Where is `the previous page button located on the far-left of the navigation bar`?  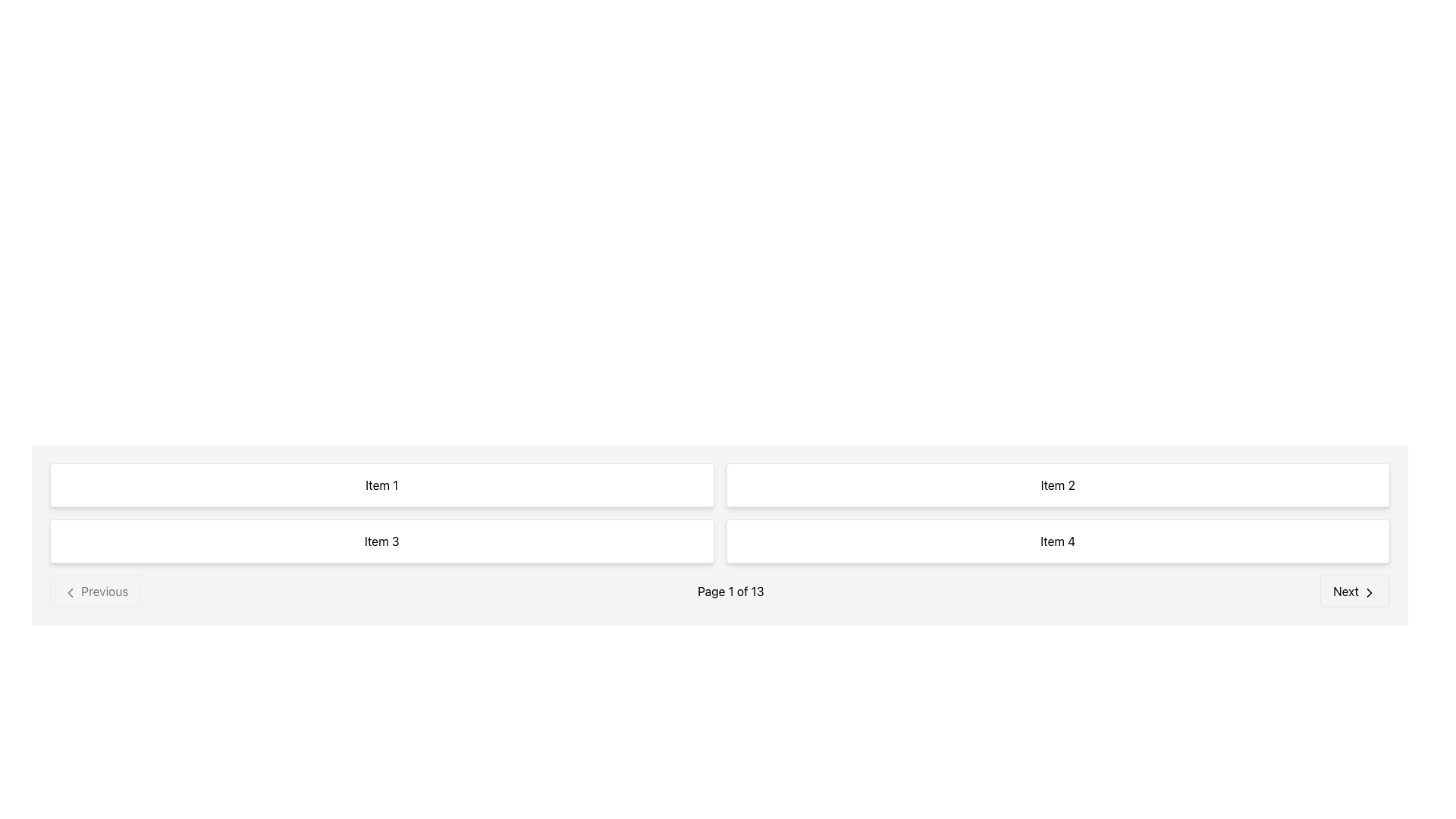
the previous page button located on the far-left of the navigation bar is located at coordinates (95, 590).